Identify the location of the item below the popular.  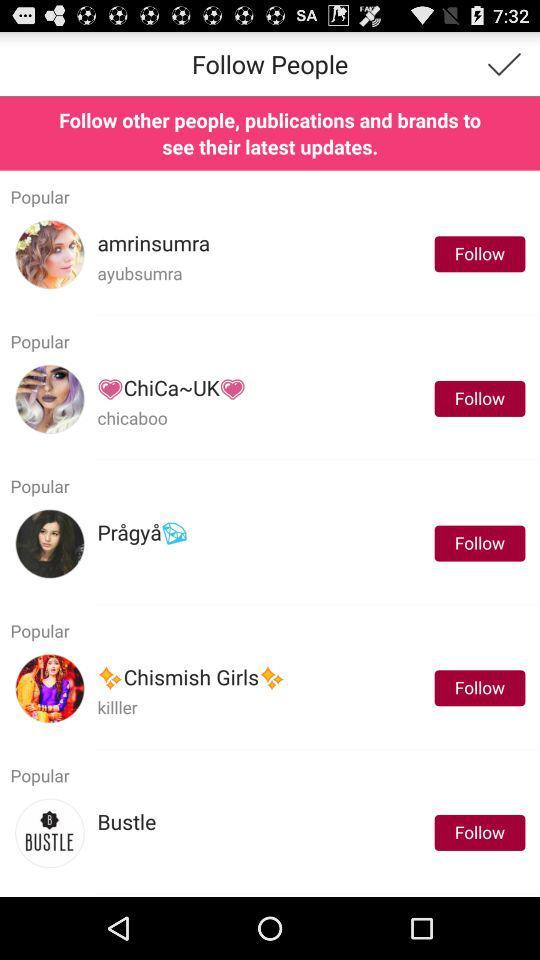
(152, 242).